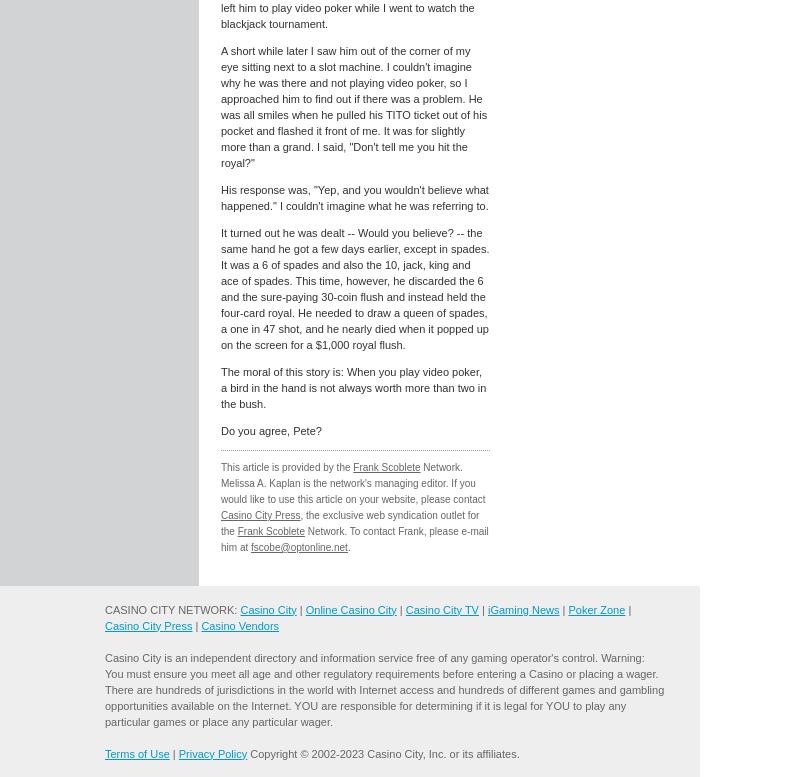 The width and height of the screenshot is (800, 777). I want to click on 'CASINO CITY NETWORK:', so click(171, 609).